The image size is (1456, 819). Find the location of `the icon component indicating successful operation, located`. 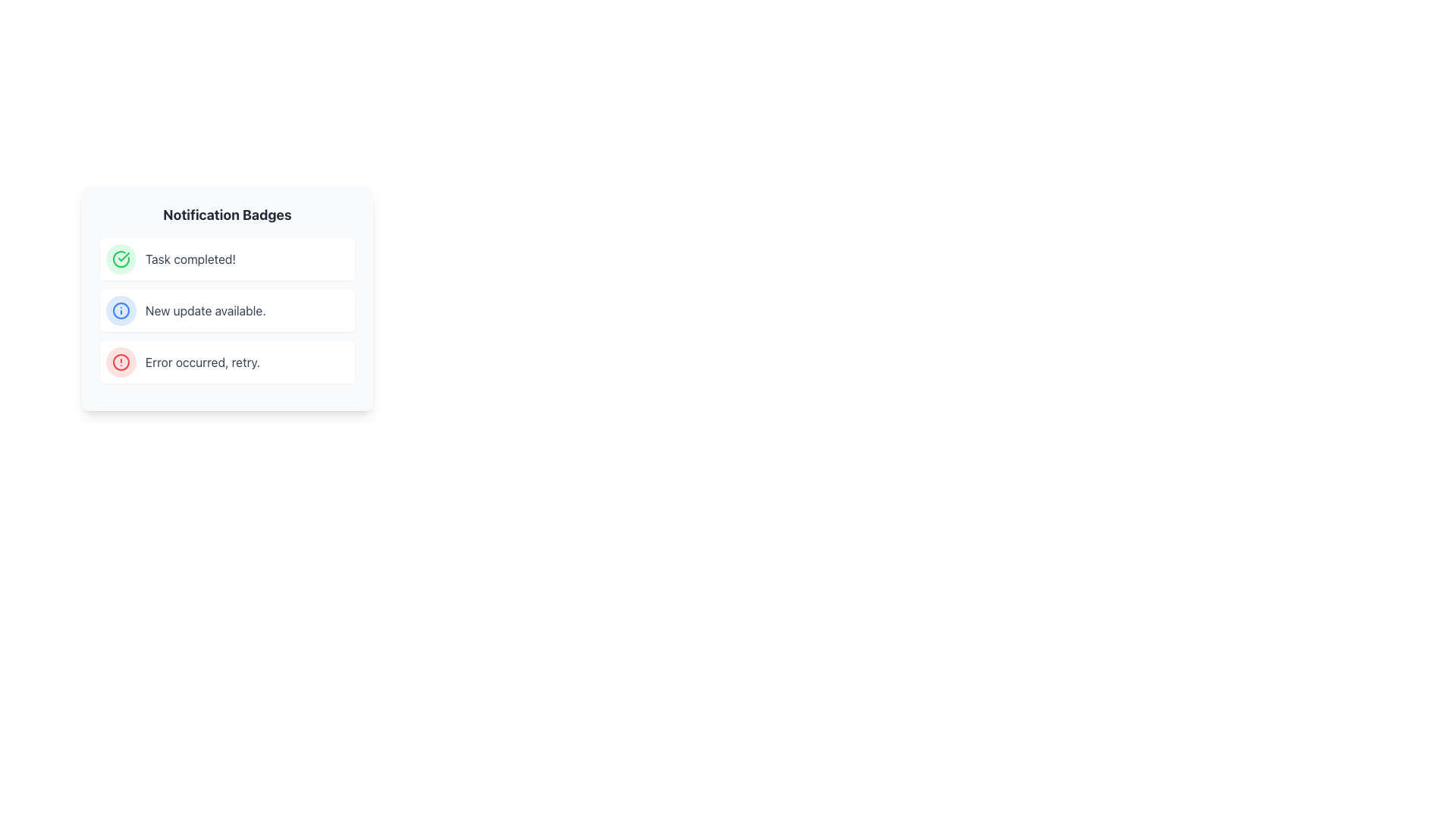

the icon component indicating successful operation, located is located at coordinates (120, 259).